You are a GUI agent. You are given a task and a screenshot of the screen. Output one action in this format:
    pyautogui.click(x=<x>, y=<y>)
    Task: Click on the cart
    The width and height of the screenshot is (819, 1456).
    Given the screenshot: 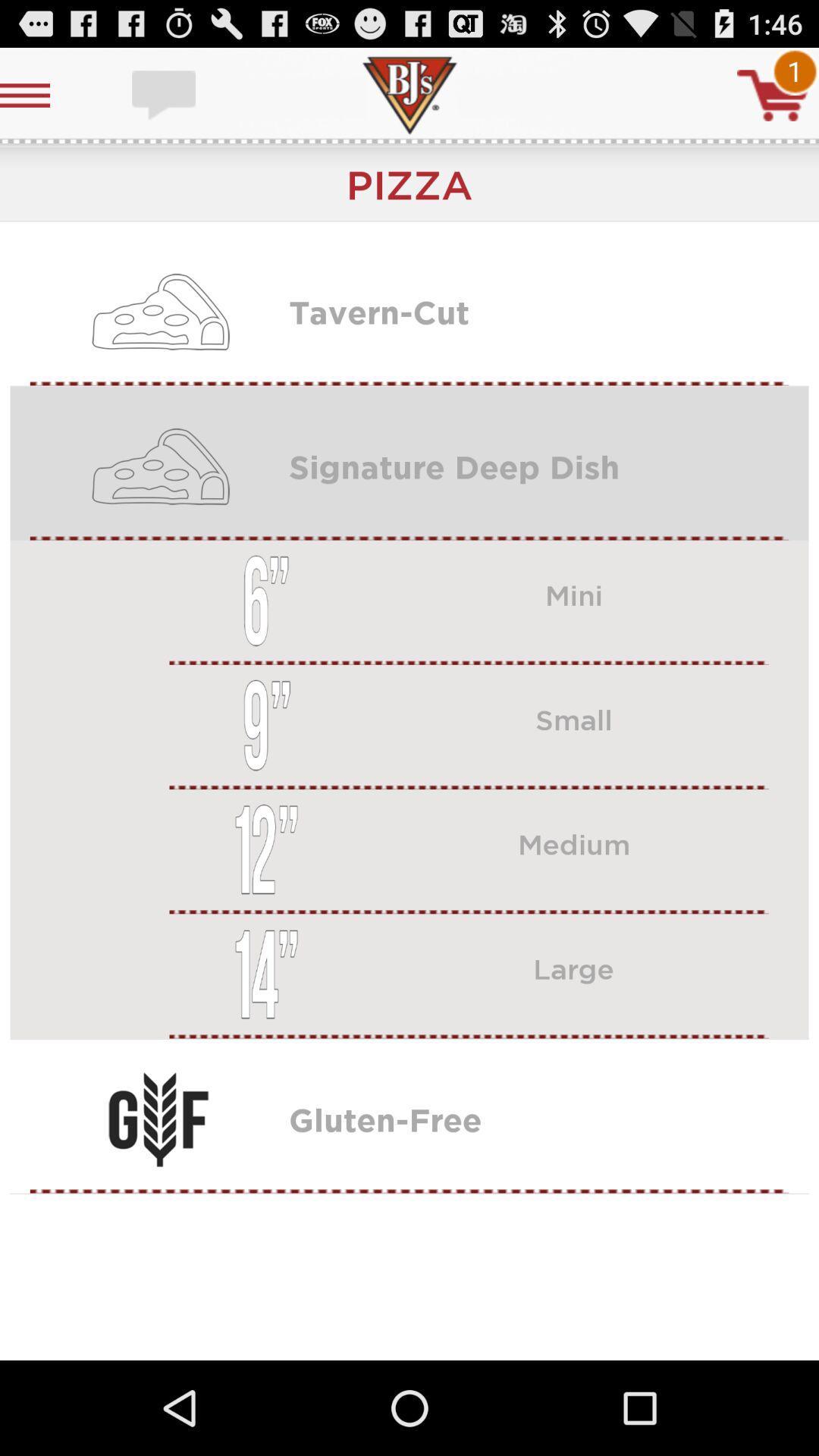 What is the action you would take?
    pyautogui.click(x=773, y=94)
    